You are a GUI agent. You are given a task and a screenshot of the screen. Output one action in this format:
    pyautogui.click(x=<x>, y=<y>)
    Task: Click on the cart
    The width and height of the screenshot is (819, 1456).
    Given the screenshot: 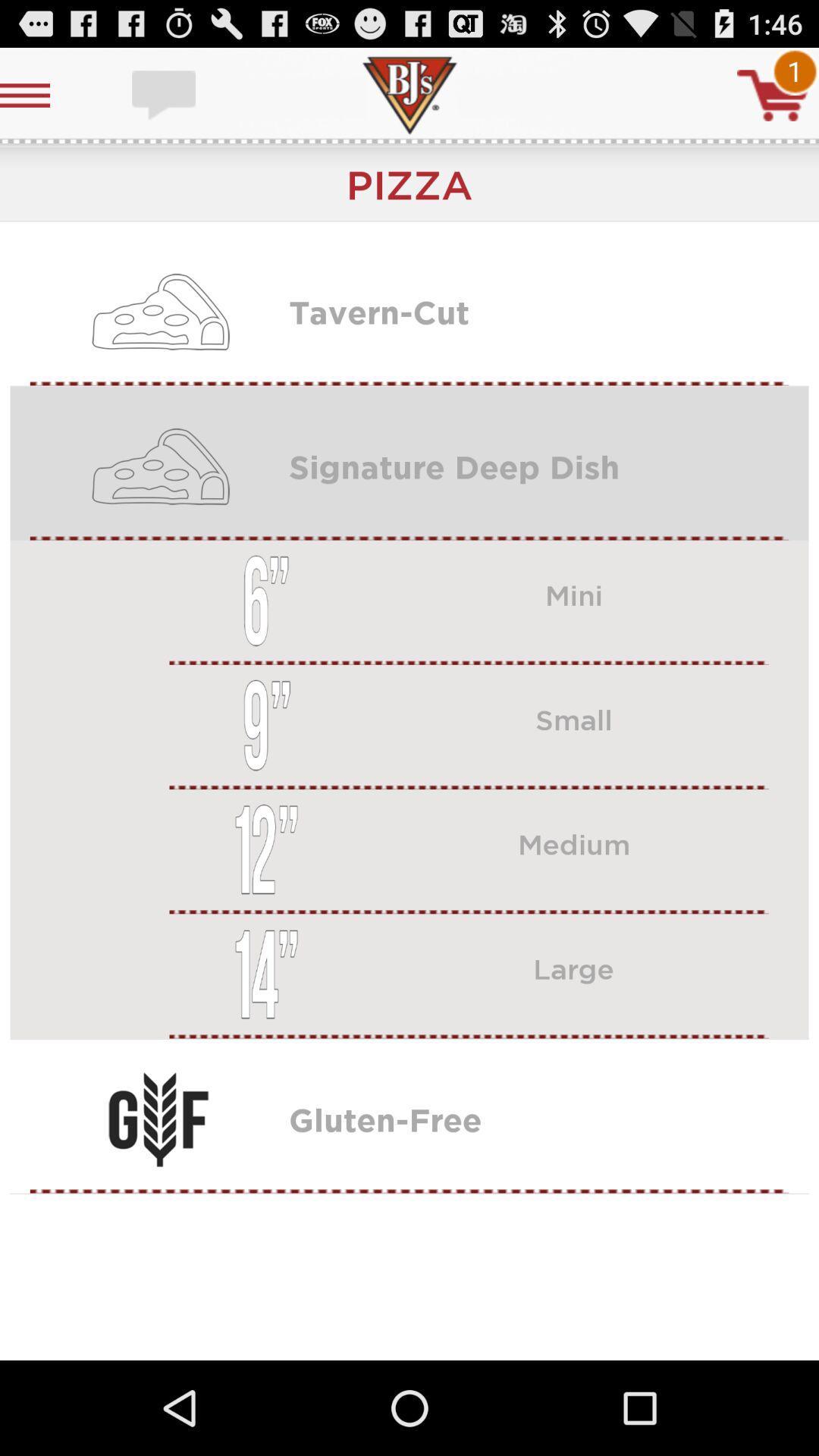 What is the action you would take?
    pyautogui.click(x=773, y=94)
    